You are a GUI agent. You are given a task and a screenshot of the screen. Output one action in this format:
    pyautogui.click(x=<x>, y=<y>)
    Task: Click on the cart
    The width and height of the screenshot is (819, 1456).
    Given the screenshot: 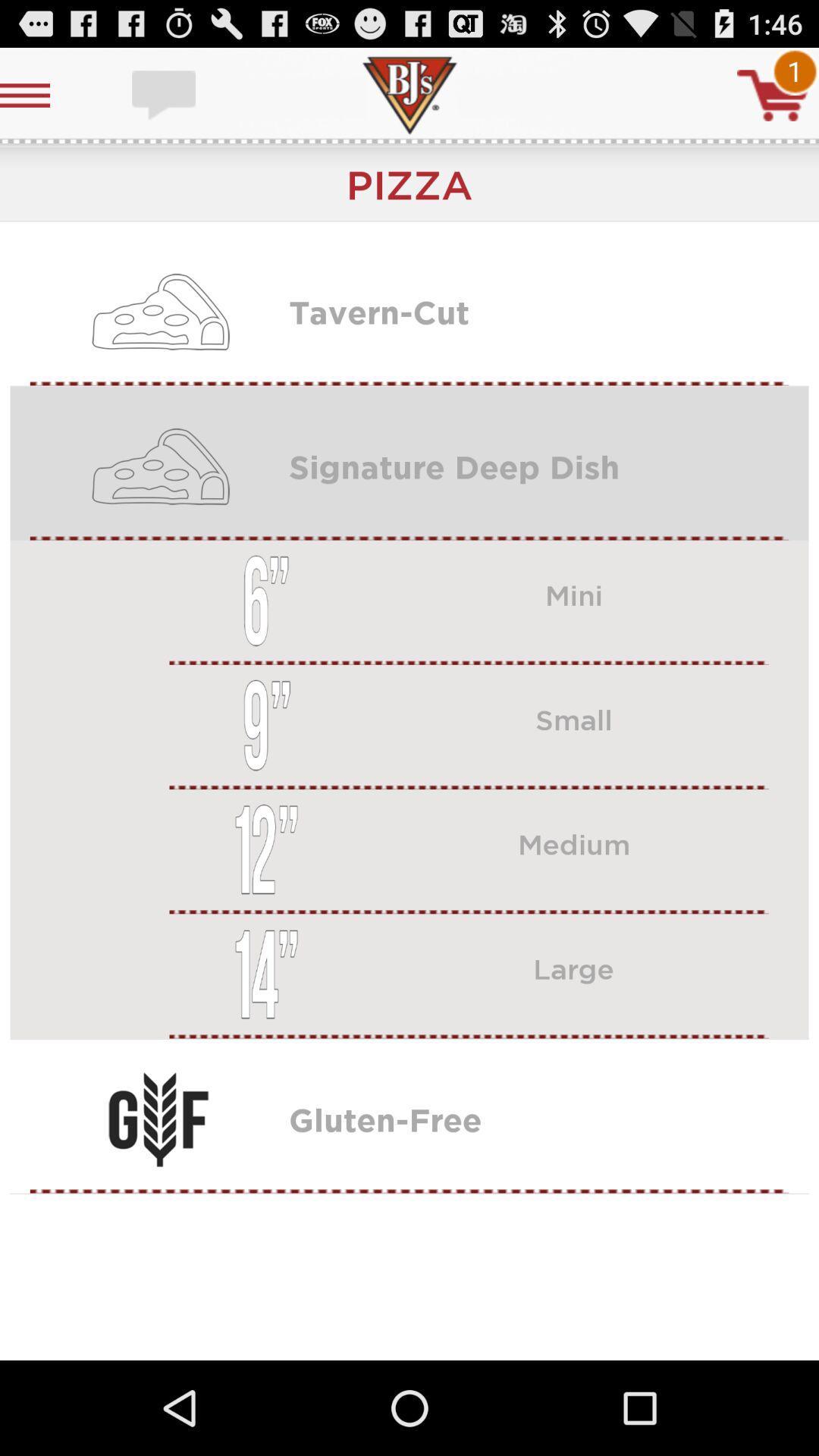 What is the action you would take?
    pyautogui.click(x=773, y=94)
    